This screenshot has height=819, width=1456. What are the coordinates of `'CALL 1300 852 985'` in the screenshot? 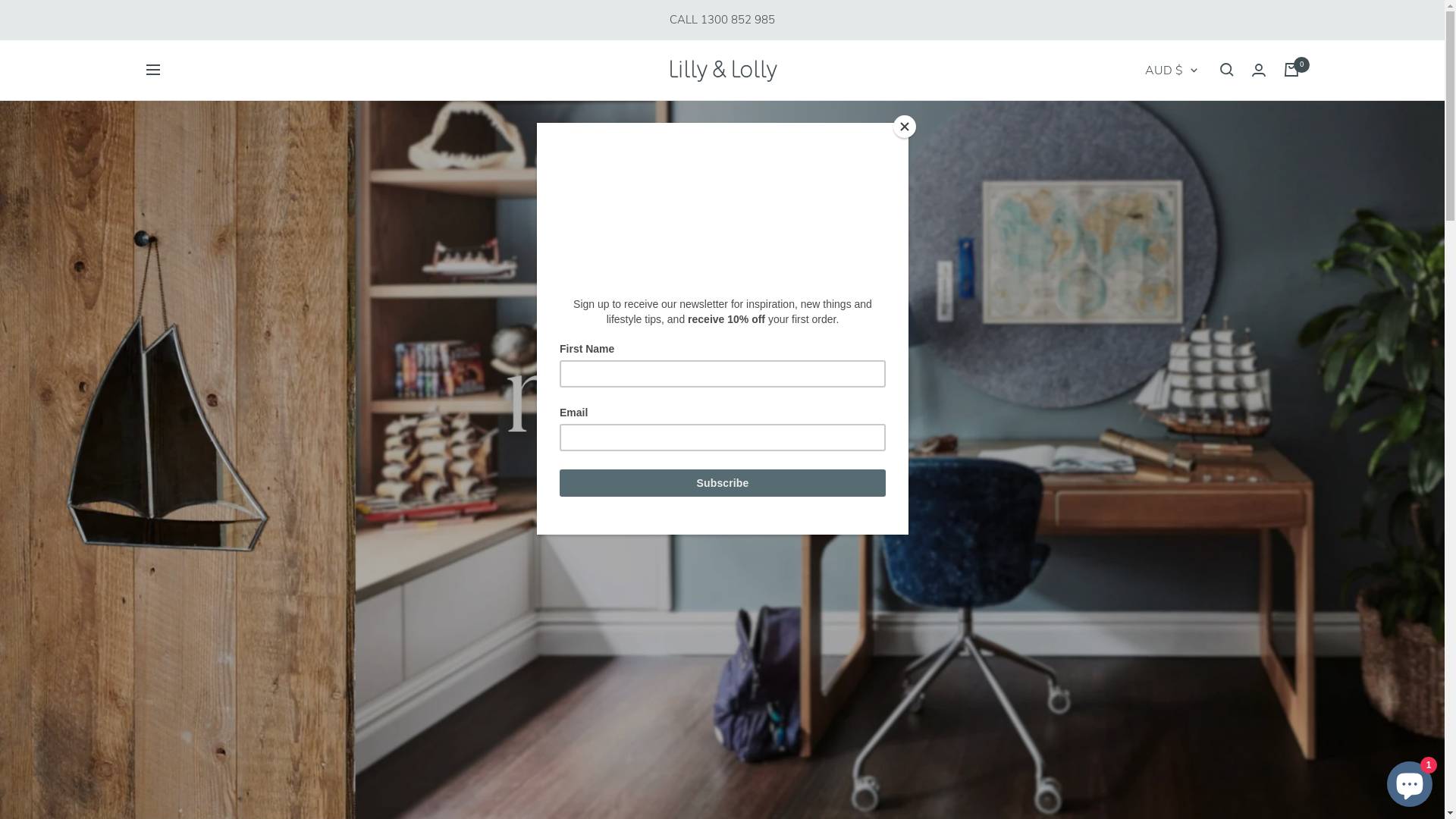 It's located at (721, 20).